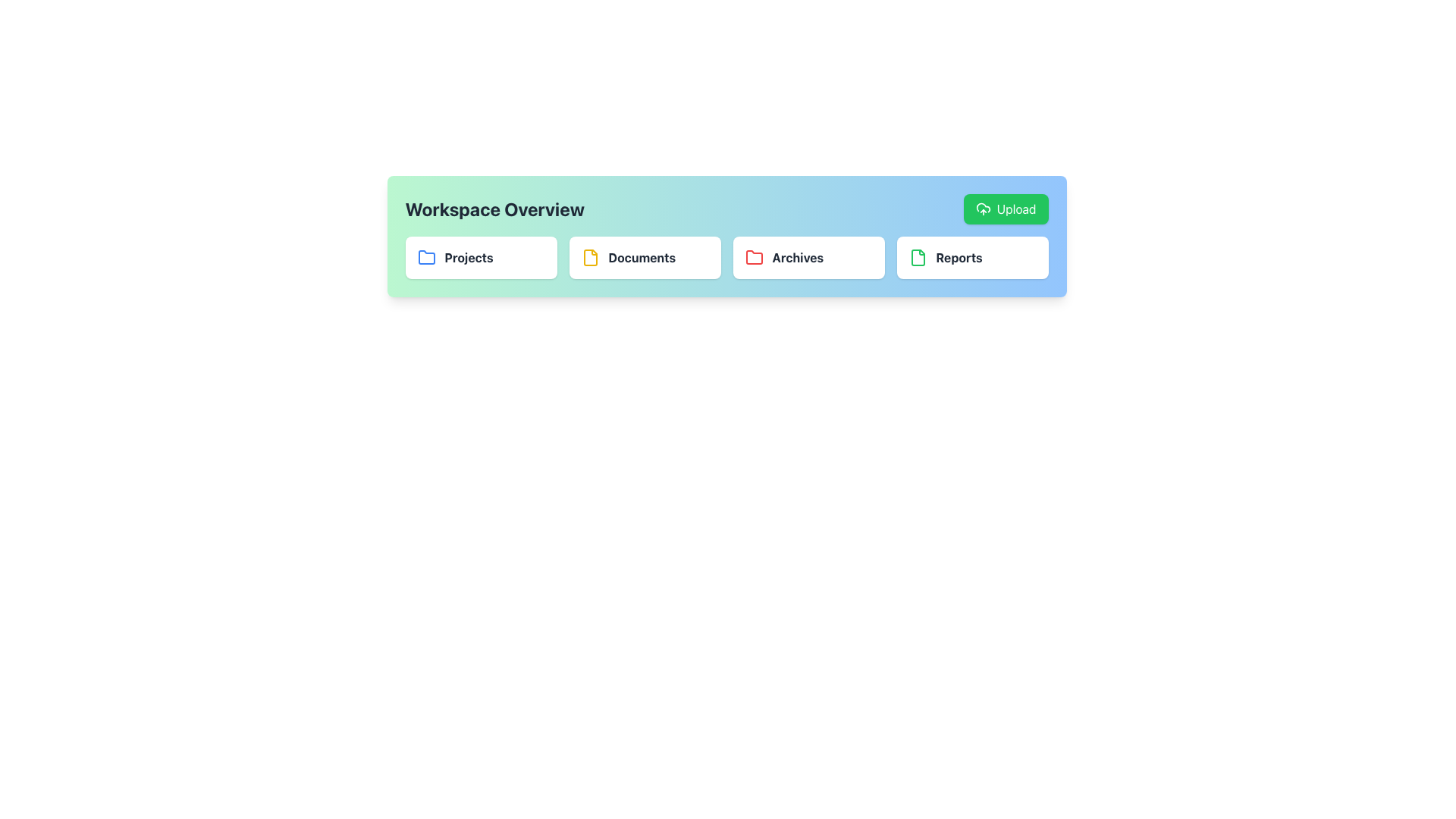  What do you see at coordinates (754, 256) in the screenshot?
I see `the folder icon located in the Archives section, positioned between Documents and Reports` at bounding box center [754, 256].